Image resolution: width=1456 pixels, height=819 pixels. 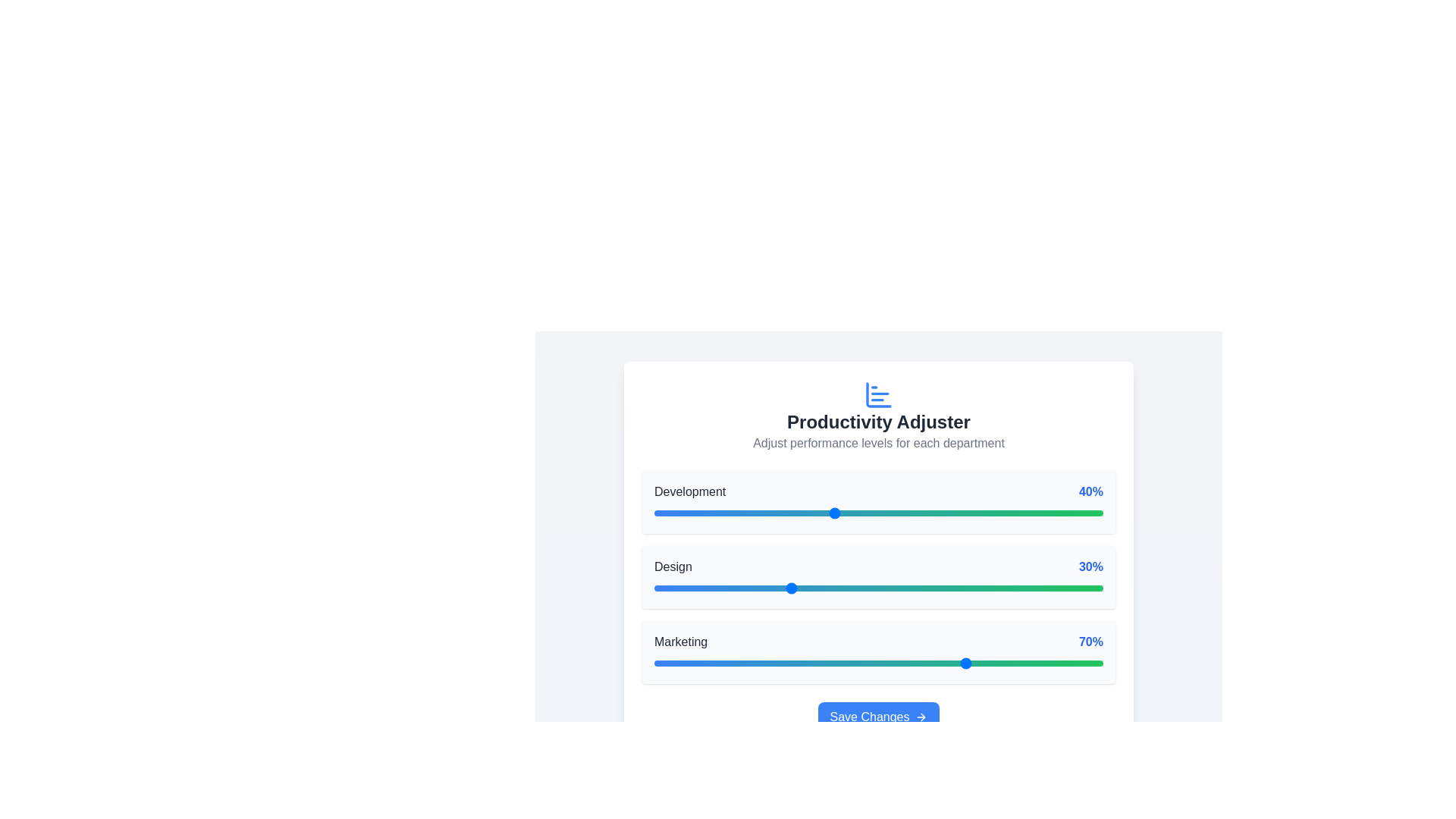 What do you see at coordinates (878, 416) in the screenshot?
I see `the 'Productivity Adjuster' header section, which features a blue bar chart icon and bold dark gray text` at bounding box center [878, 416].